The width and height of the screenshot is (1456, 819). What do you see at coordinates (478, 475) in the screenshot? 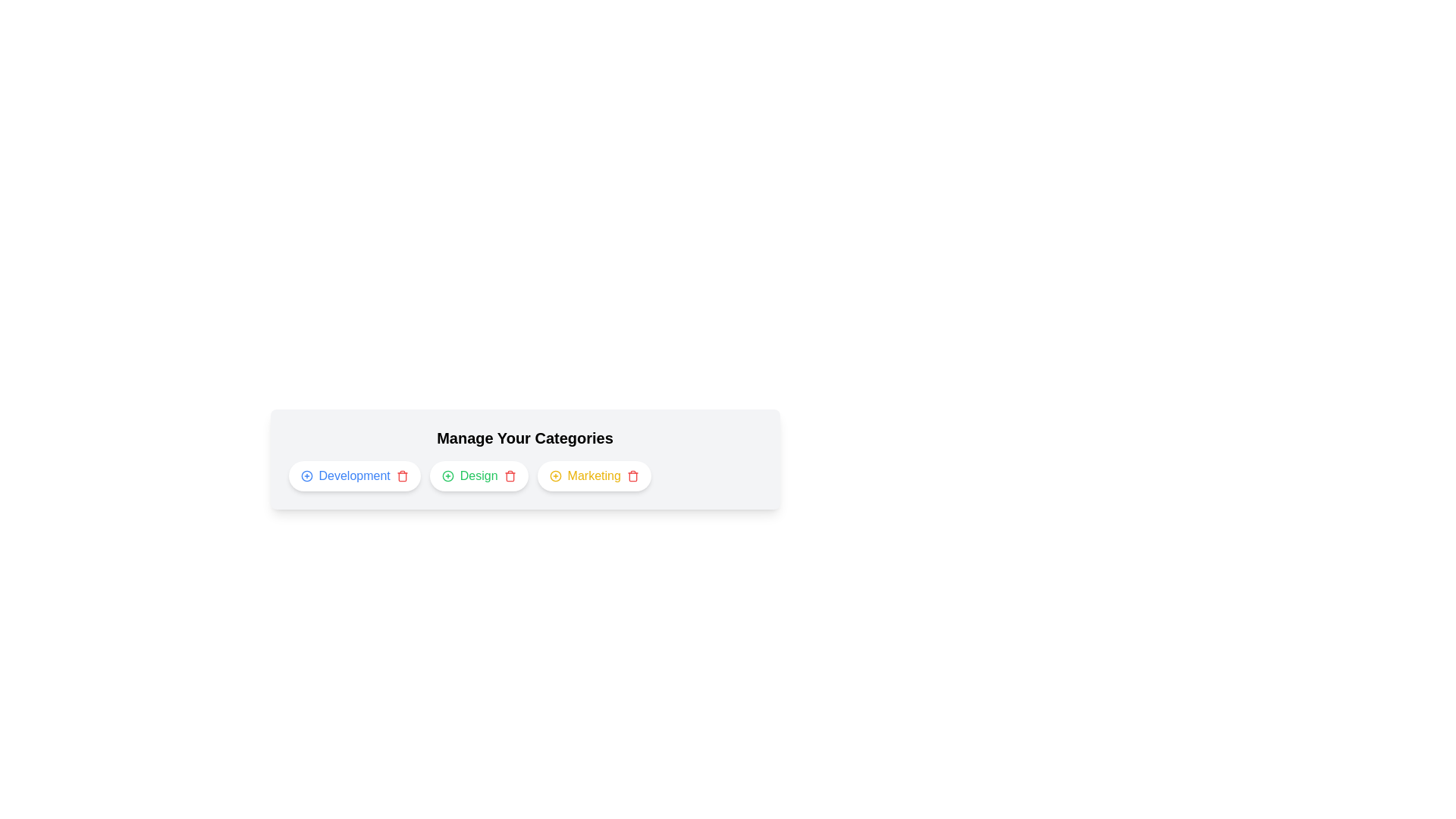
I see `the category Design to highlight it` at bounding box center [478, 475].